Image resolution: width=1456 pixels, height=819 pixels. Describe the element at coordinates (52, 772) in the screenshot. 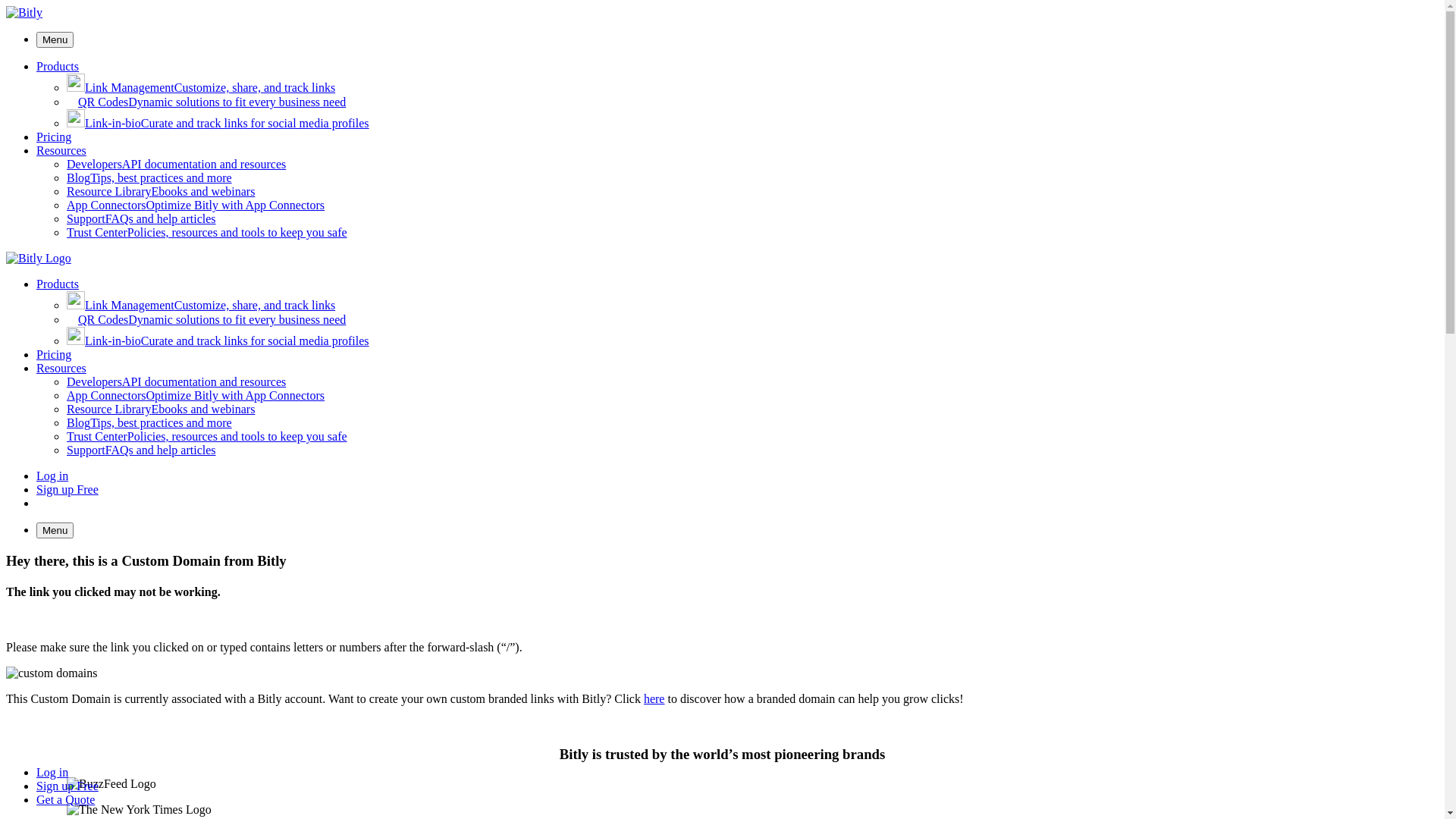

I see `'Log in'` at that location.